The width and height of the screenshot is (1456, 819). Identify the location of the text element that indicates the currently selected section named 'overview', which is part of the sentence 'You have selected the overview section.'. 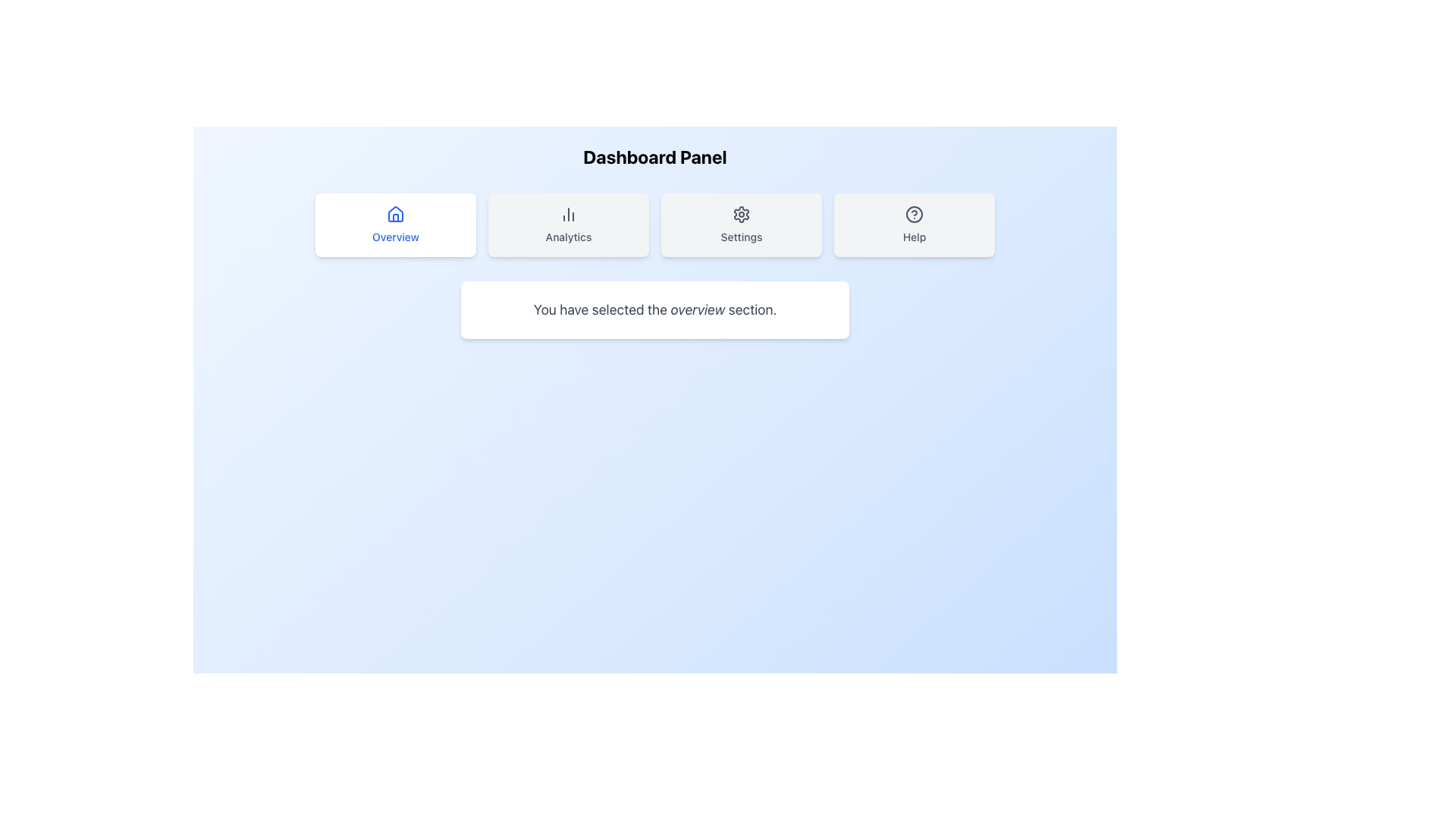
(697, 309).